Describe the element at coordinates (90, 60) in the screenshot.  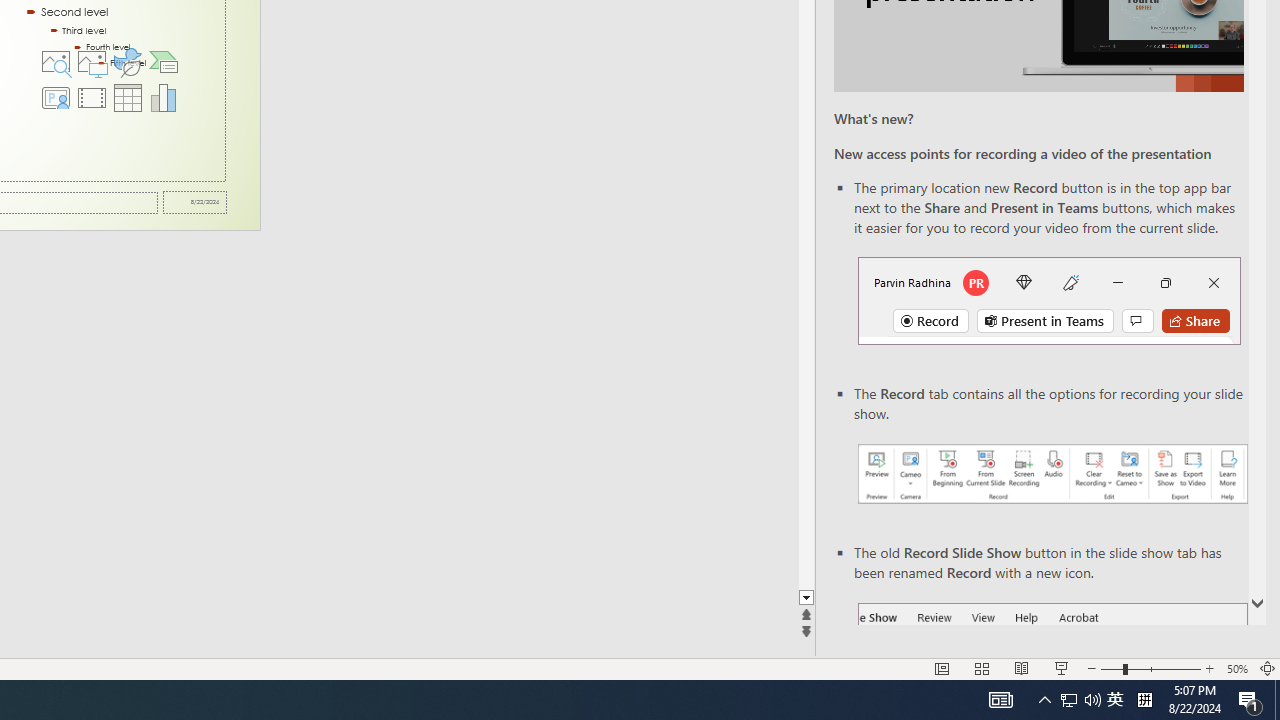
I see `'Pictures'` at that location.